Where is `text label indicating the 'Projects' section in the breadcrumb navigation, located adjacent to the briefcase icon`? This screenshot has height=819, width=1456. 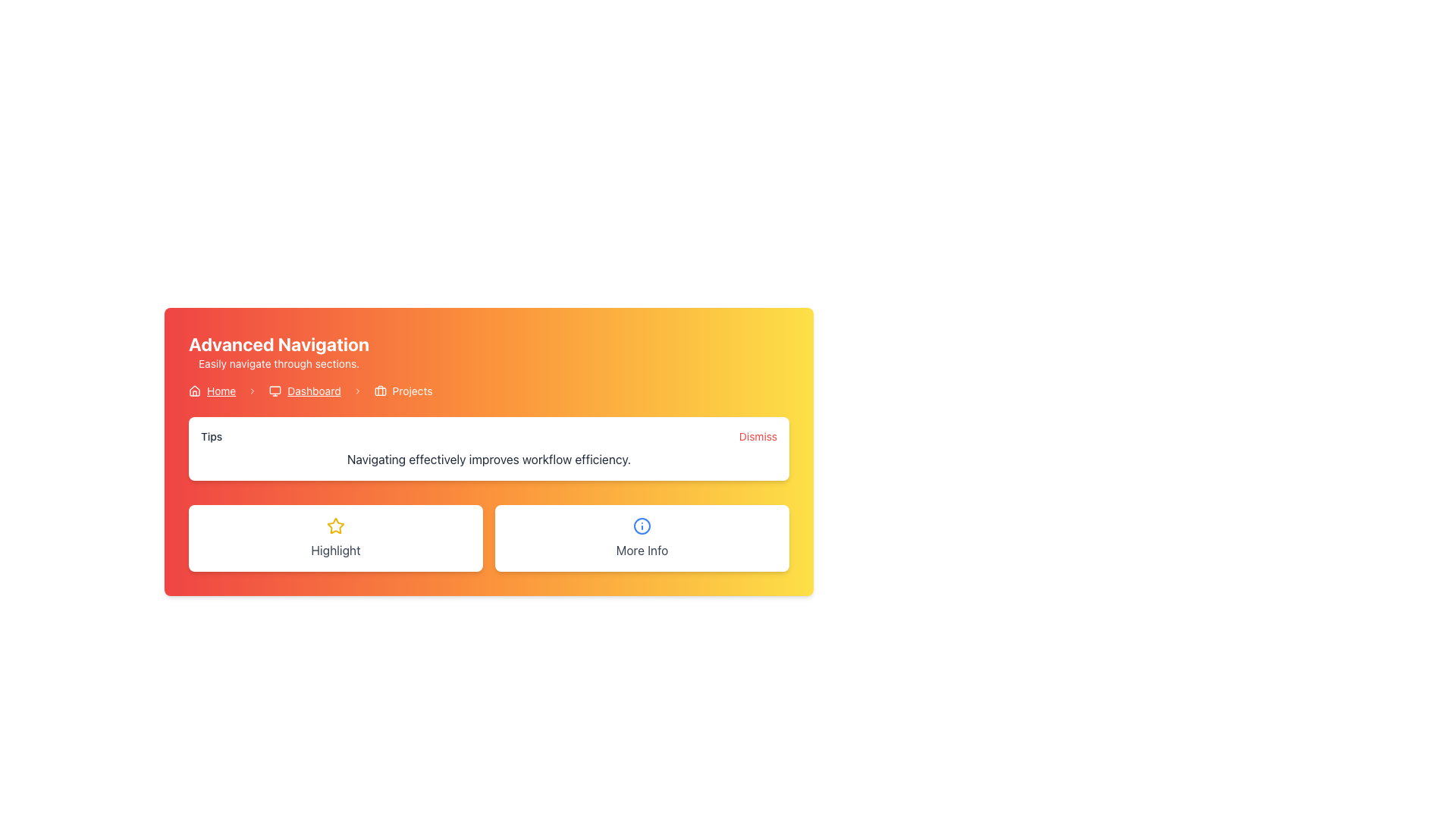
text label indicating the 'Projects' section in the breadcrumb navigation, located adjacent to the briefcase icon is located at coordinates (413, 391).